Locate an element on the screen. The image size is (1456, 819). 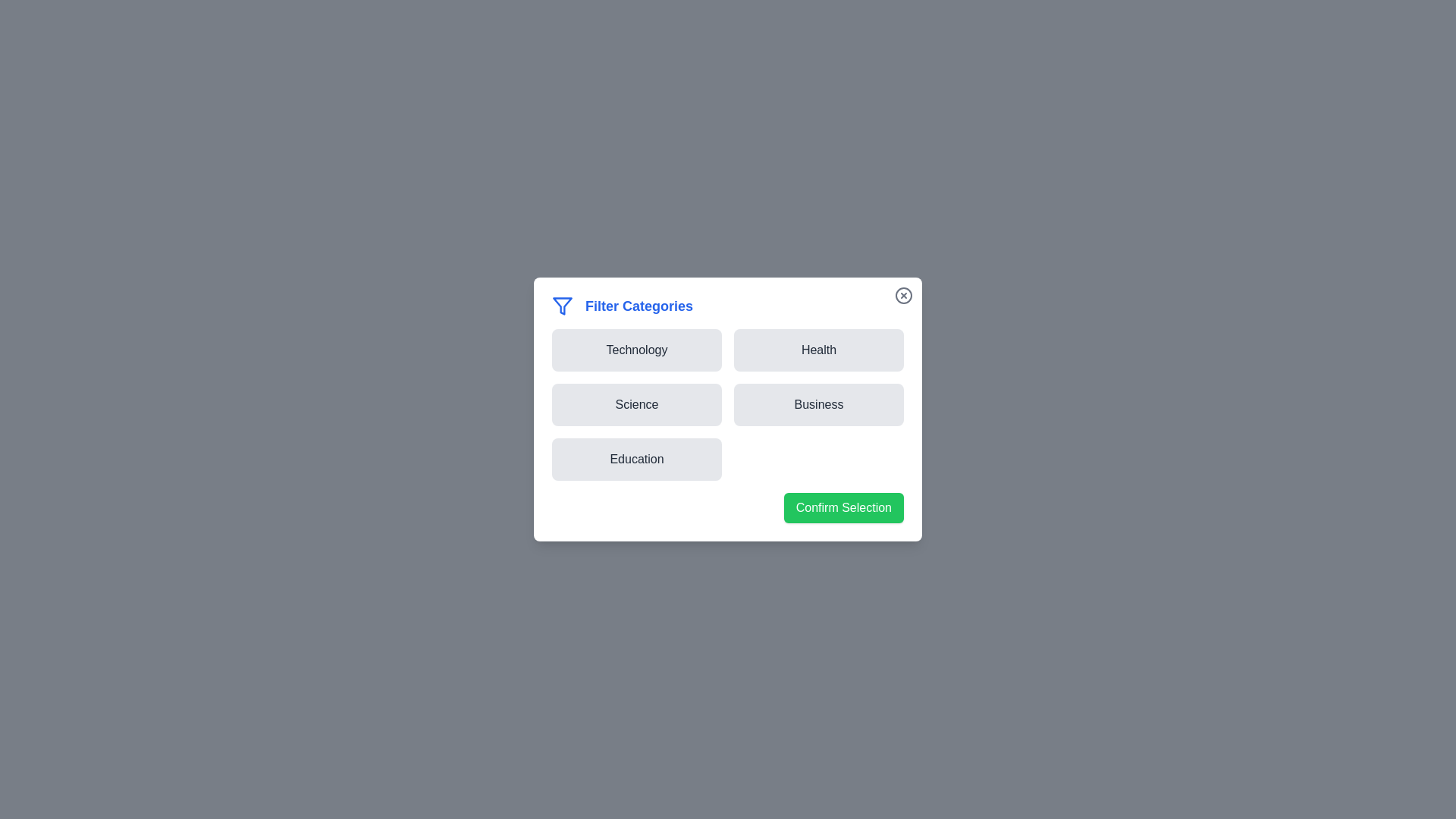
the button corresponding to the category Technology is located at coordinates (637, 350).